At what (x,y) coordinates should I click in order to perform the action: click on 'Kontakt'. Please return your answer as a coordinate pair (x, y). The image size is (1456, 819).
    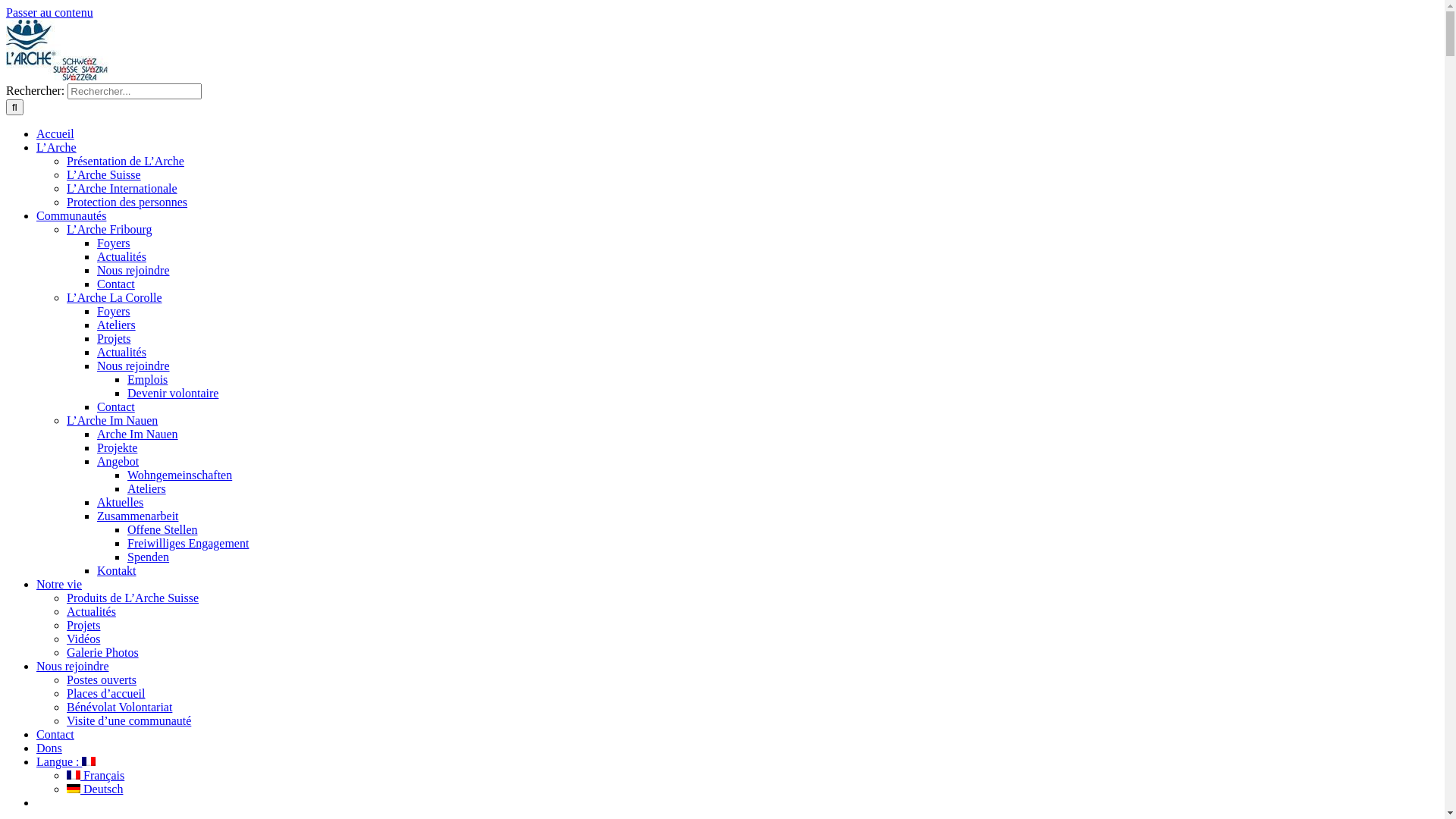
    Looking at the image, I should click on (115, 570).